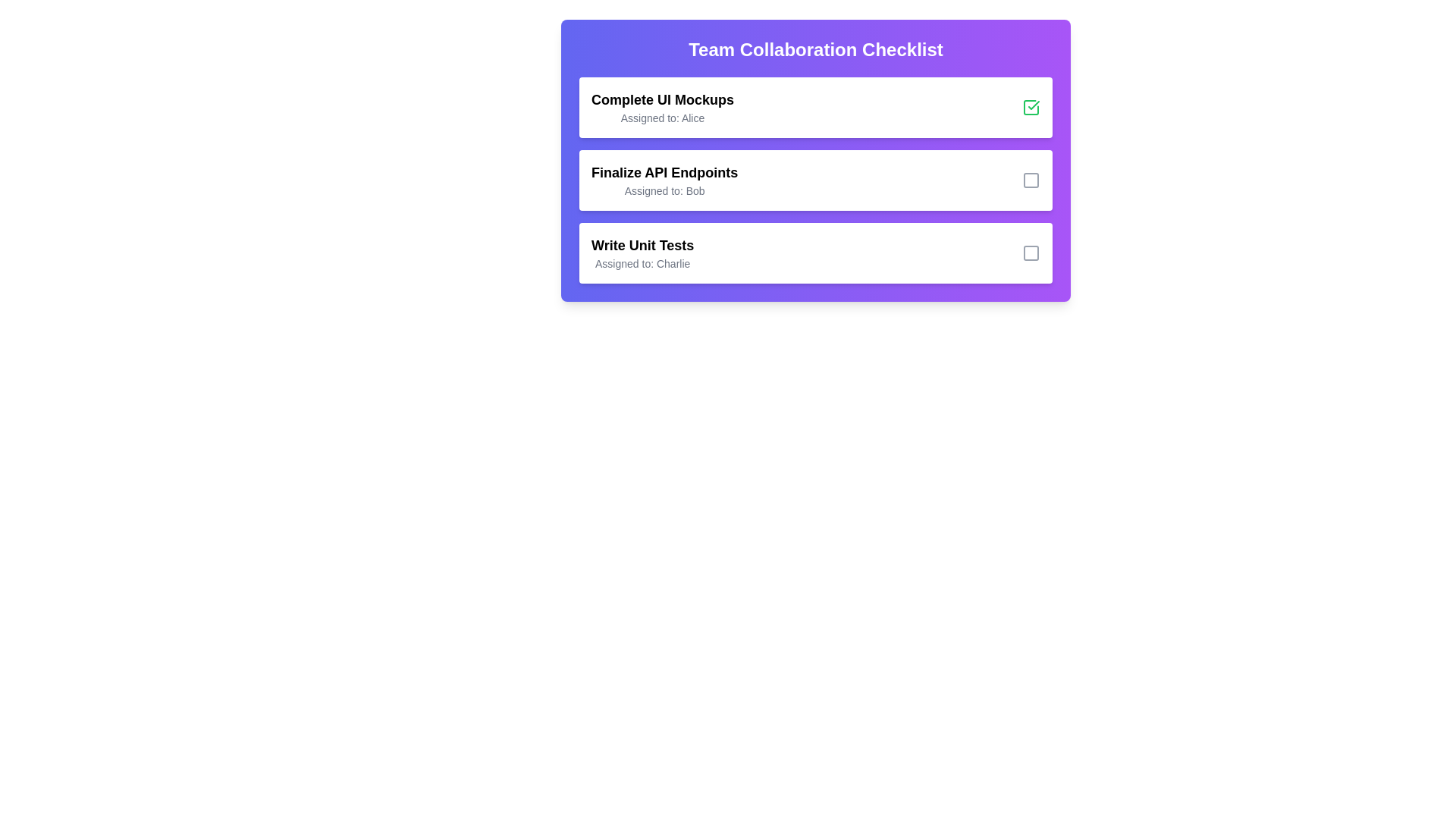  Describe the element at coordinates (662, 117) in the screenshot. I see `the text label that displays 'Assigned to: Alice', which is styled in light gray and positioned below the heading 'Complete UI Mockups' in the first checklist item` at that location.